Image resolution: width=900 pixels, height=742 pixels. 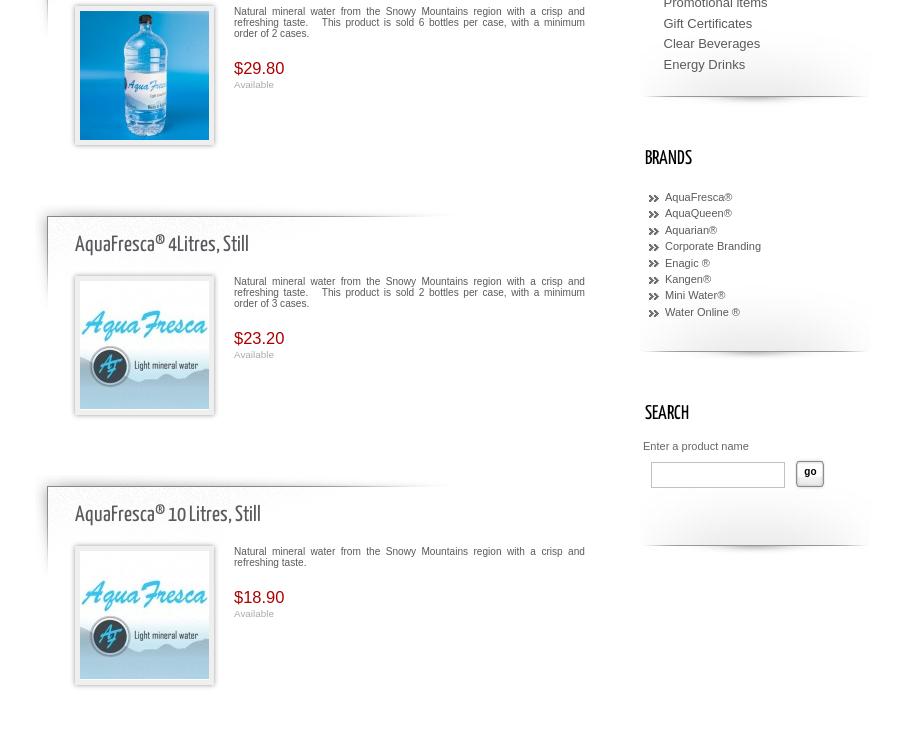 I want to click on 'Water Online ®', so click(x=665, y=310).